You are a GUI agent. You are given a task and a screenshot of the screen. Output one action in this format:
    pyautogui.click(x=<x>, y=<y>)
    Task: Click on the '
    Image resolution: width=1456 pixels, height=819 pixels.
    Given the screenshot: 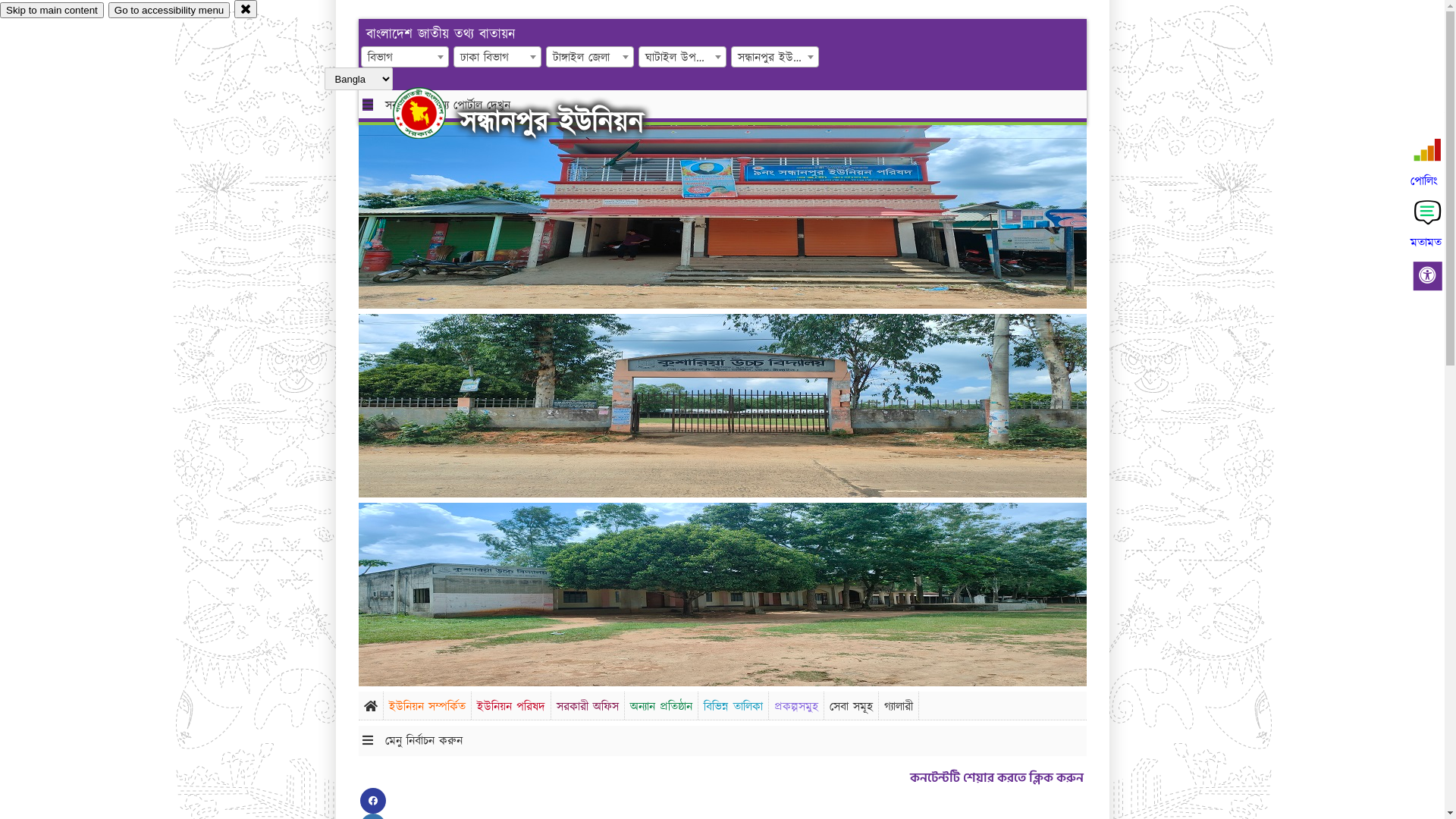 What is the action you would take?
    pyautogui.click(x=431, y=112)
    